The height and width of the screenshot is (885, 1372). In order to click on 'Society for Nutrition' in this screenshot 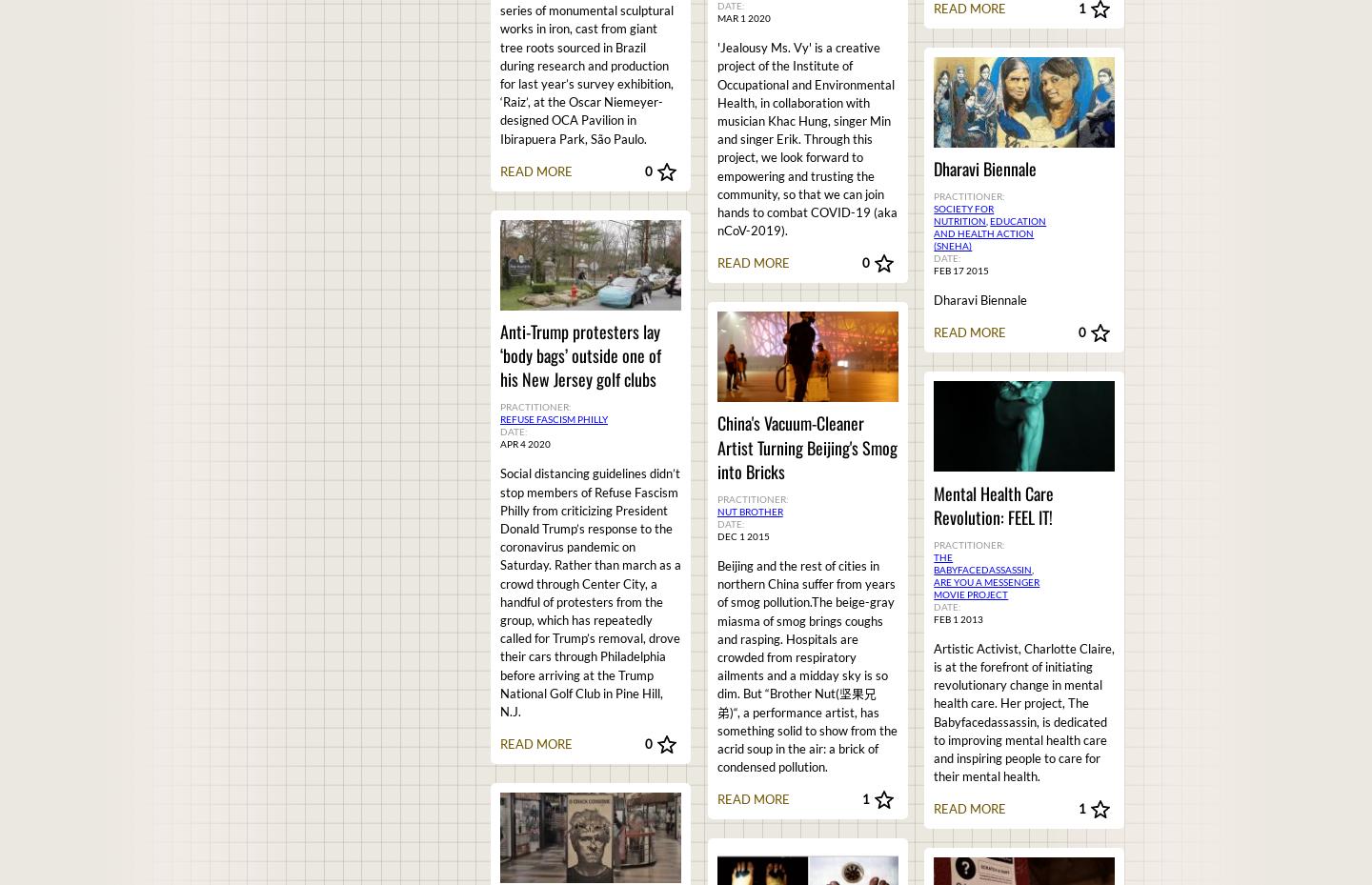, I will do `click(962, 213)`.